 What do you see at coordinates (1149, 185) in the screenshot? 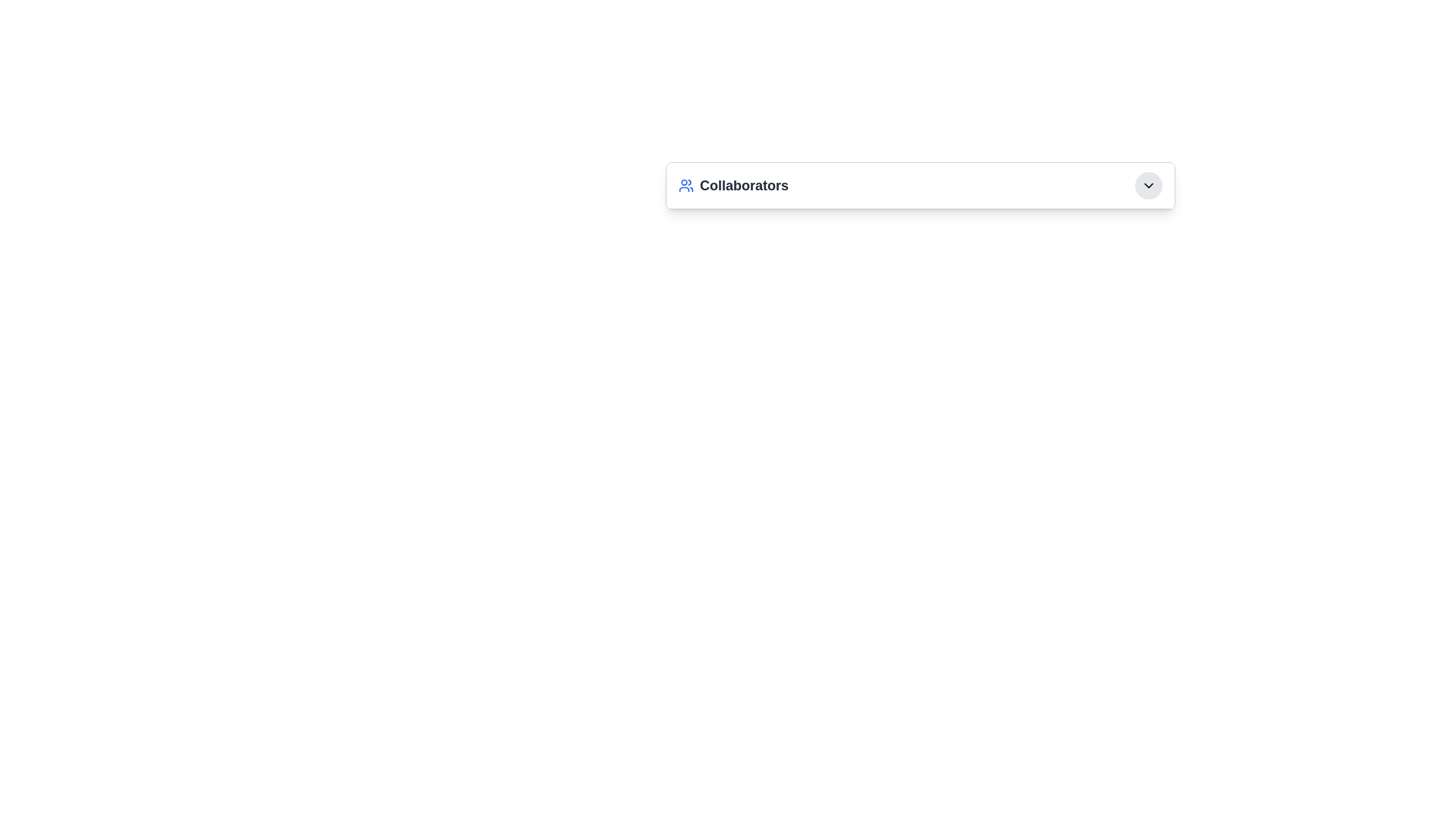
I see `the downward-pointing chevron SVG icon located within the rightmost section of the 'Collaborators' button to trigger a tooltip or visual response` at bounding box center [1149, 185].